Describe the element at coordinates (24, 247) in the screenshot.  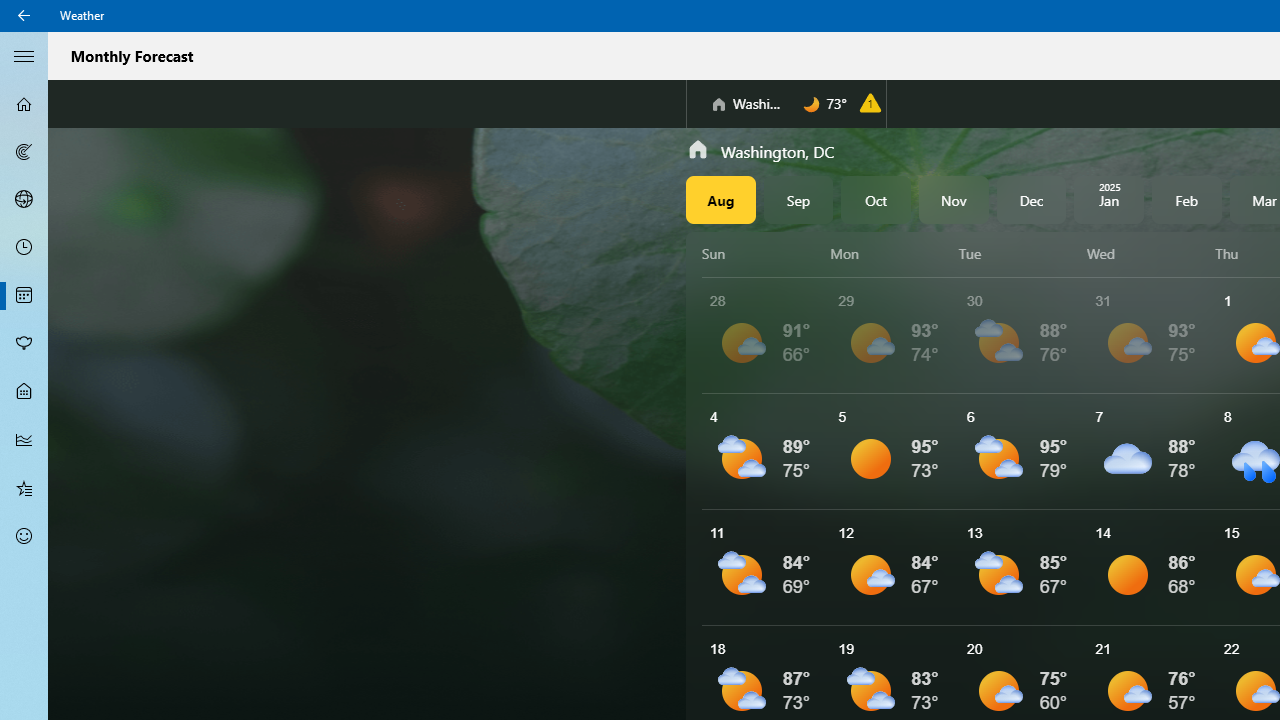
I see `'Hourly Forecast - Not Selected'` at that location.